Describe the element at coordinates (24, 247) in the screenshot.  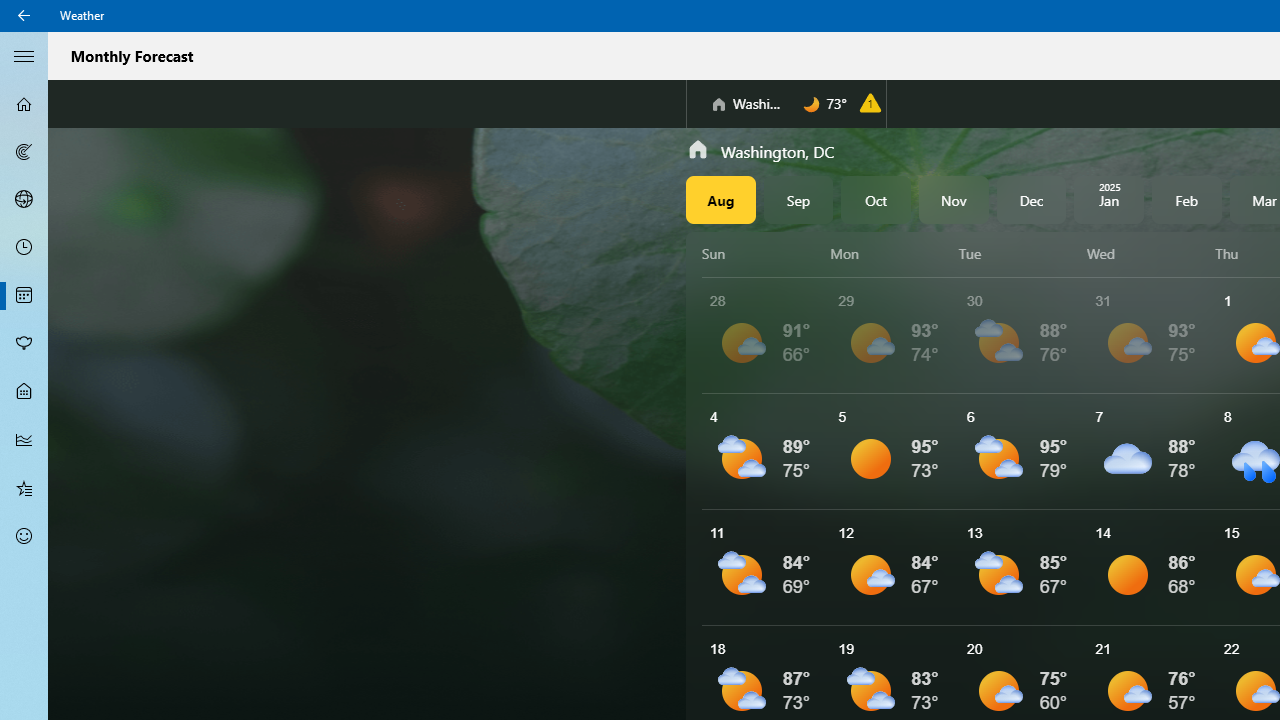
I see `'Hourly Forecast - Not Selected'` at that location.